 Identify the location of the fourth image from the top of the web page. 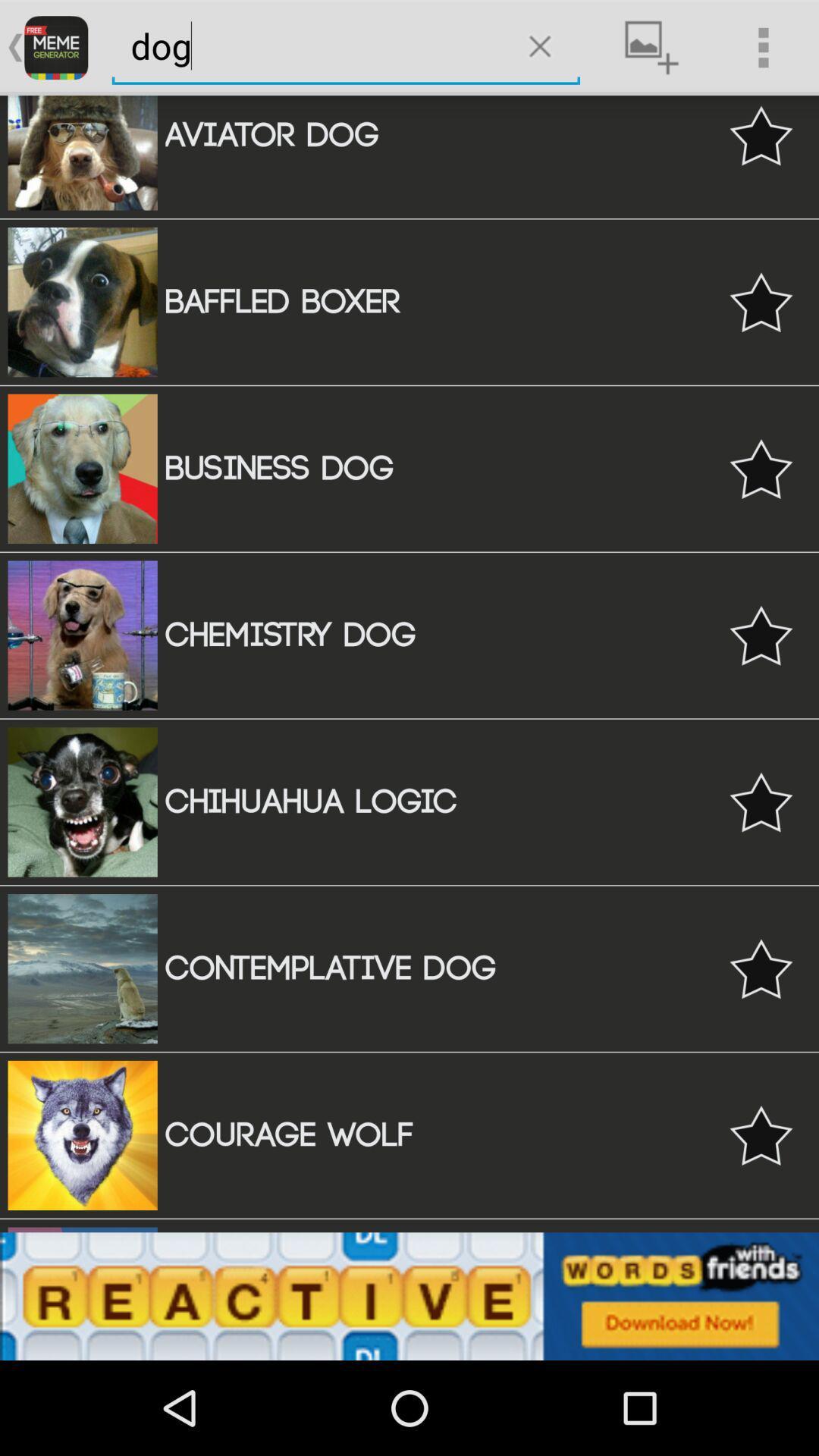
(83, 635).